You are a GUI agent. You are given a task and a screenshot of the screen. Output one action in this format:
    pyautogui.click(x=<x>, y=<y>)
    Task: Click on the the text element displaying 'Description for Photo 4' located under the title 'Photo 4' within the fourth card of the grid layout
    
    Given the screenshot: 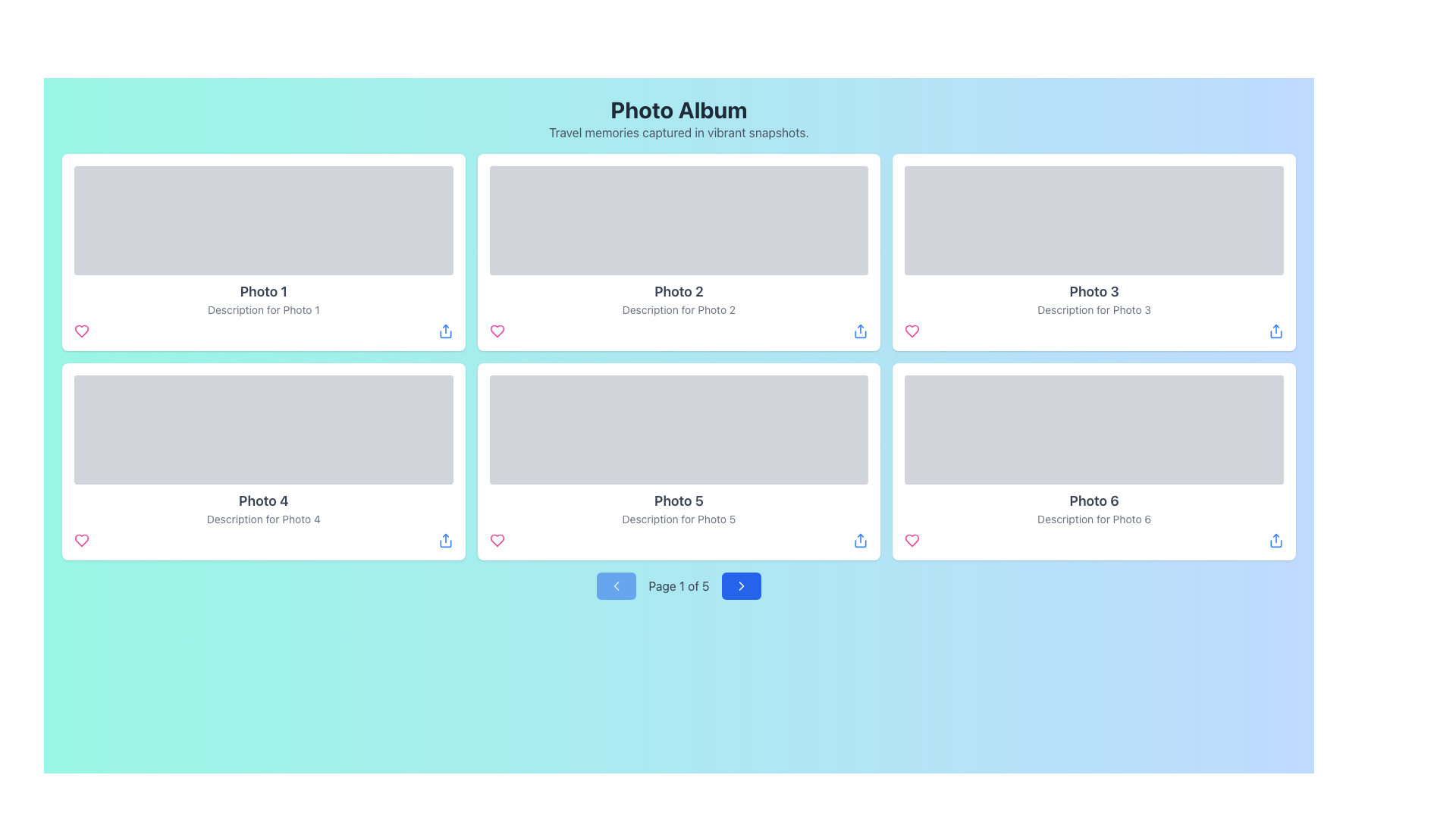 What is the action you would take?
    pyautogui.click(x=263, y=519)
    